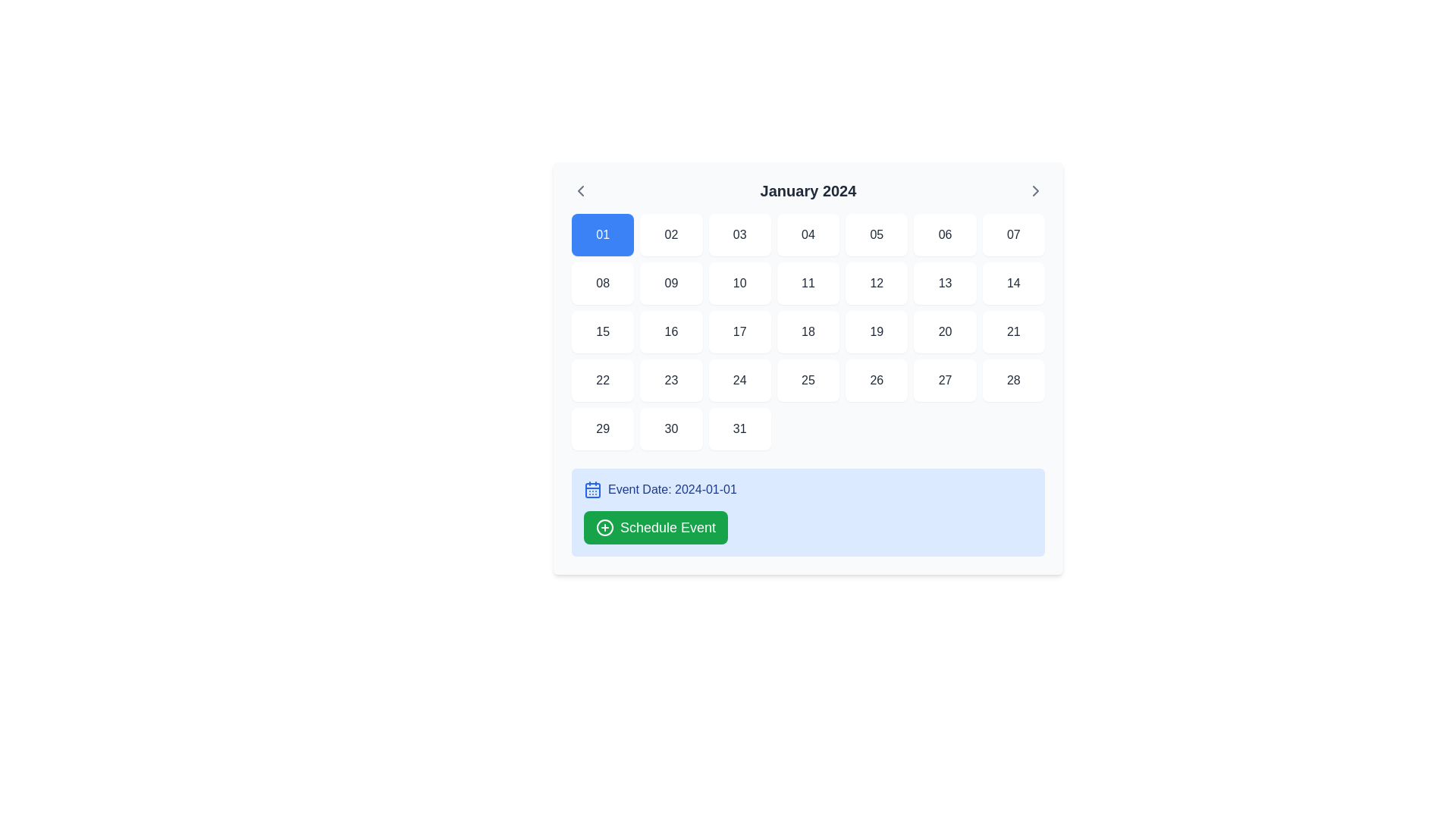 This screenshot has height=819, width=1456. What do you see at coordinates (580, 190) in the screenshot?
I see `the left-pointing chevron icon in the navigation bar next to the 'January 2024' date label` at bounding box center [580, 190].